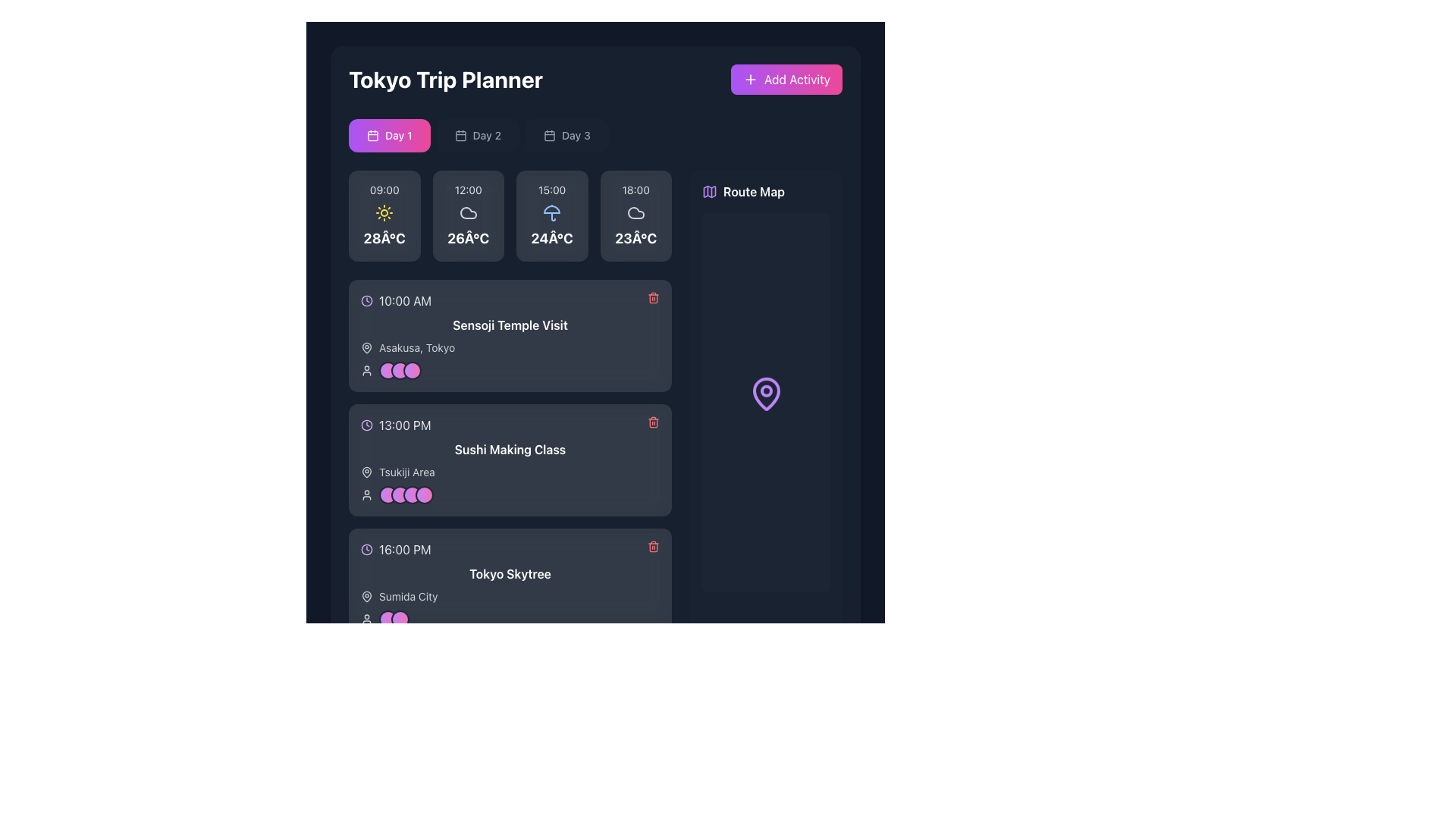  I want to click on the button labeled 'Route Map' with a purple map icon on the left, so click(743, 191).